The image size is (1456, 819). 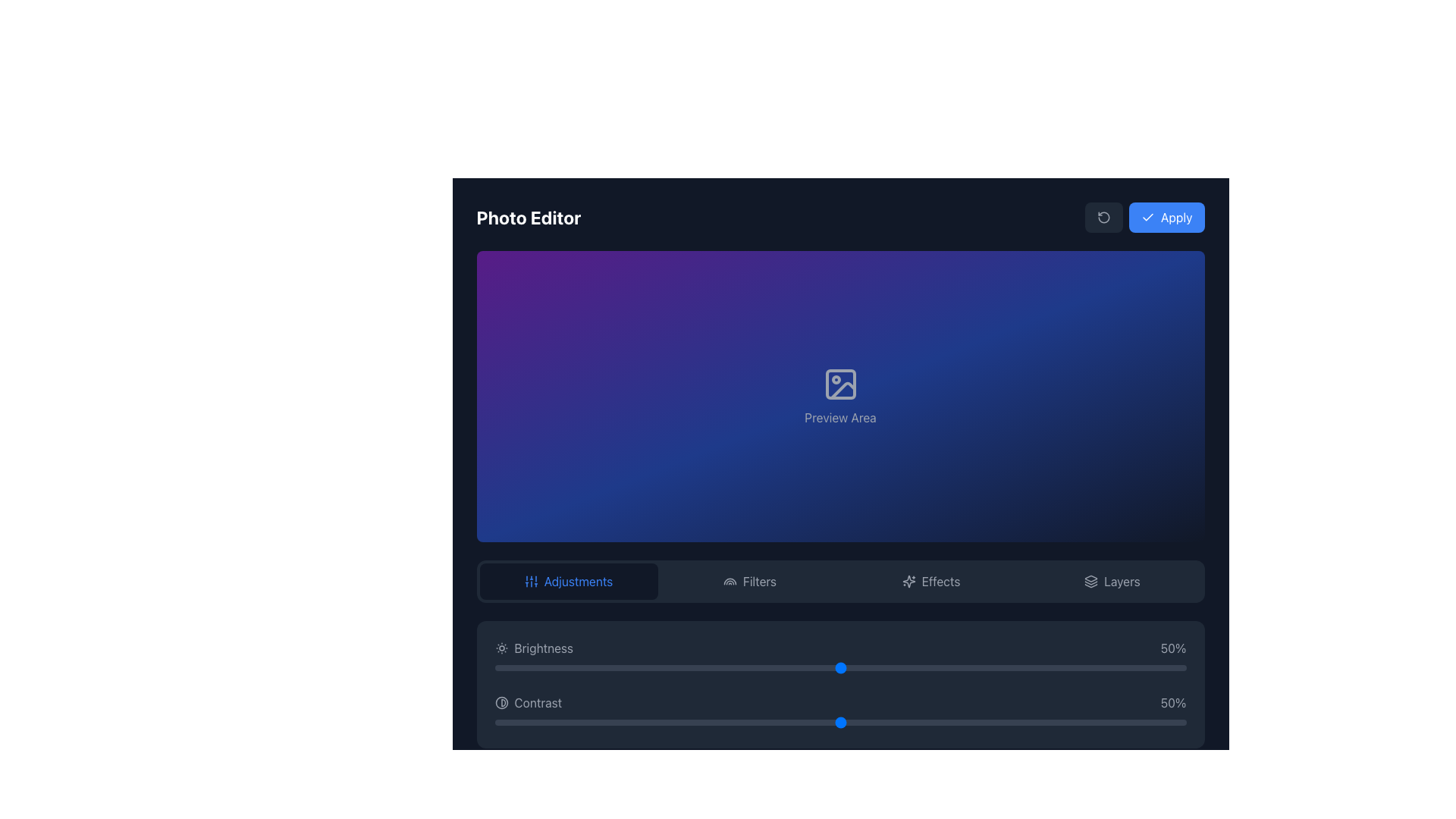 I want to click on the slider value, so click(x=536, y=667).